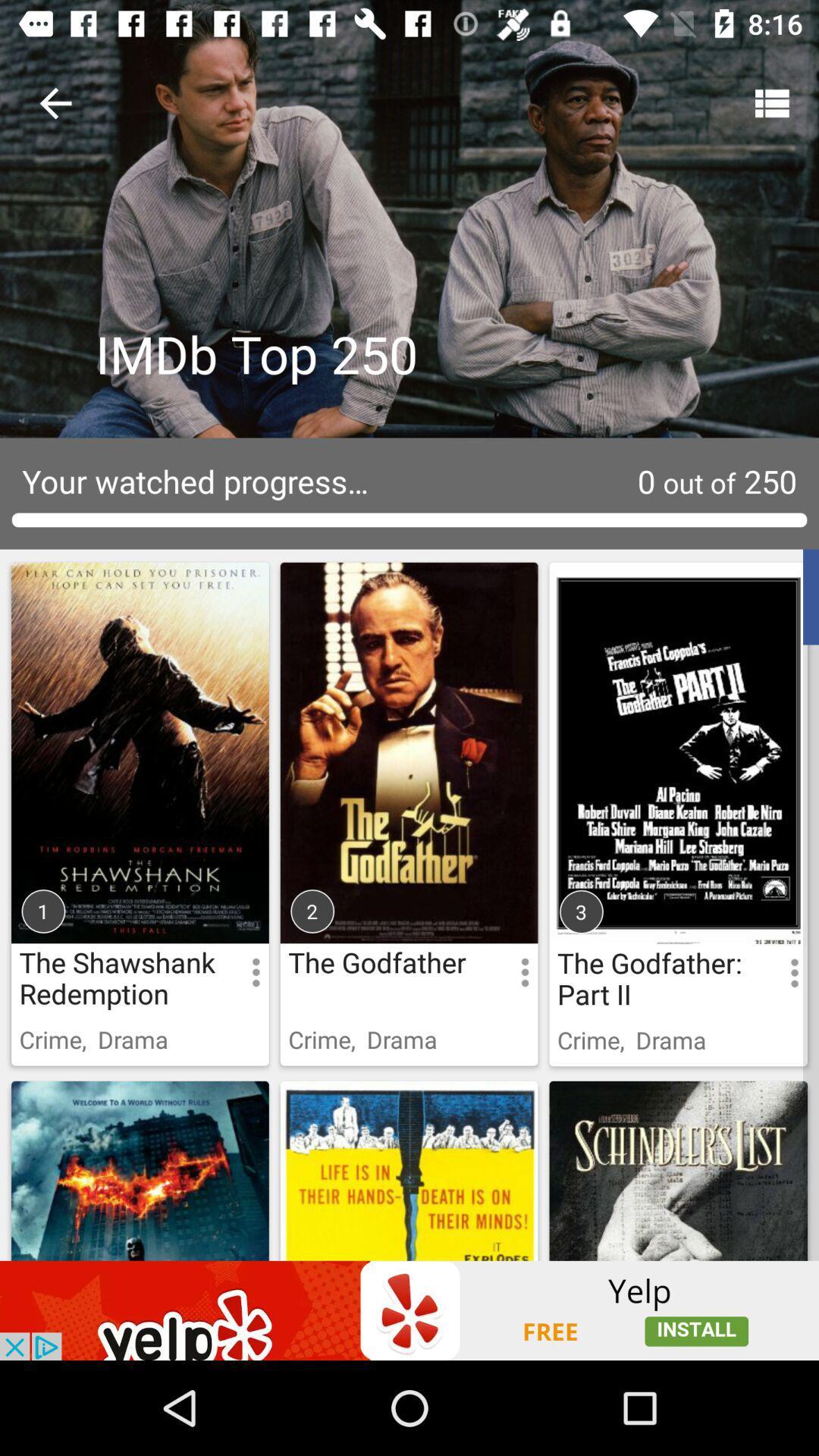 This screenshot has height=1456, width=819. I want to click on second movie thumbnail, so click(408, 792).